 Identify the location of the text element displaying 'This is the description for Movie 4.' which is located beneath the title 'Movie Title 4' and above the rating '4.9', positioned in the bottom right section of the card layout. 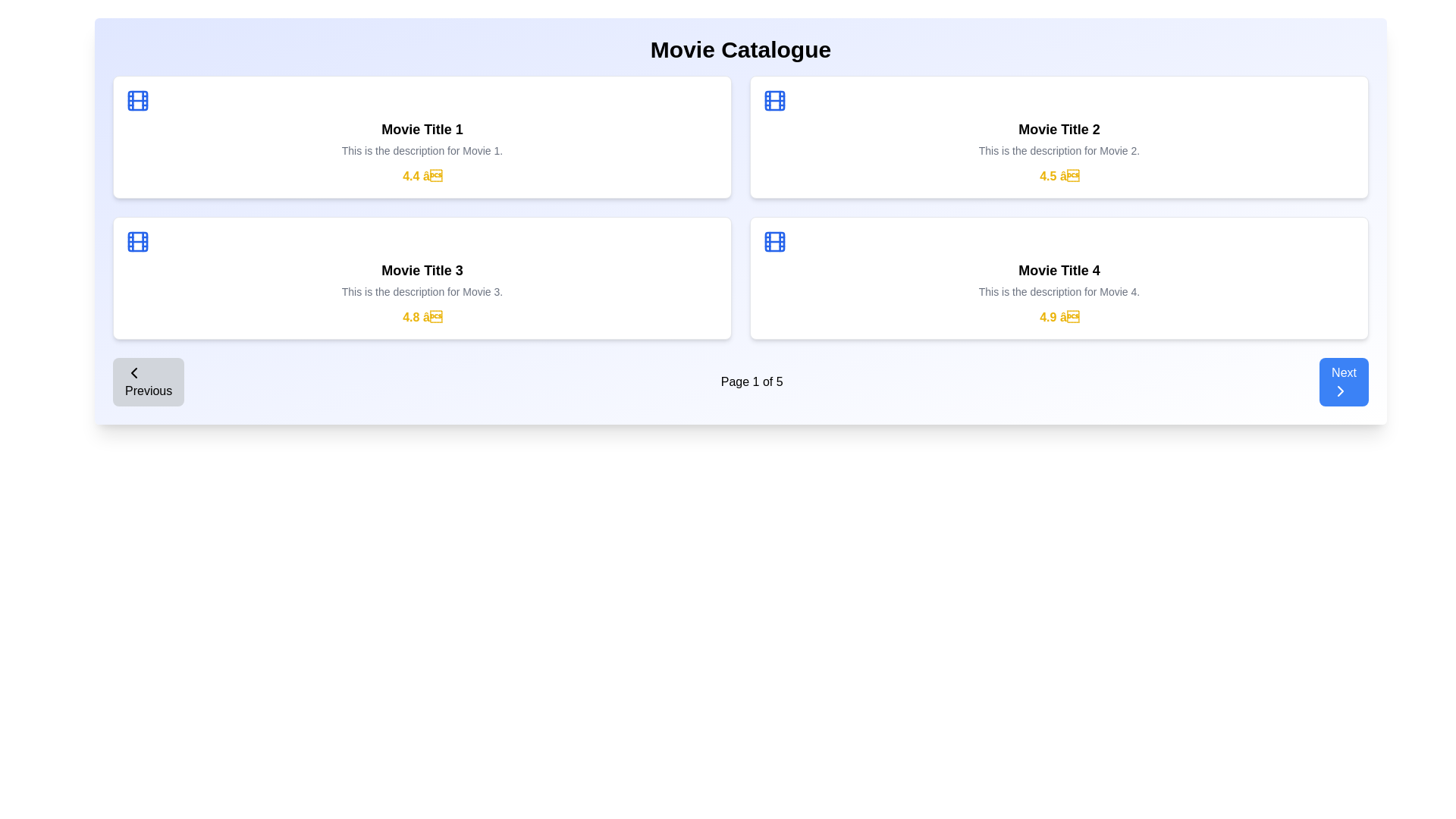
(1058, 292).